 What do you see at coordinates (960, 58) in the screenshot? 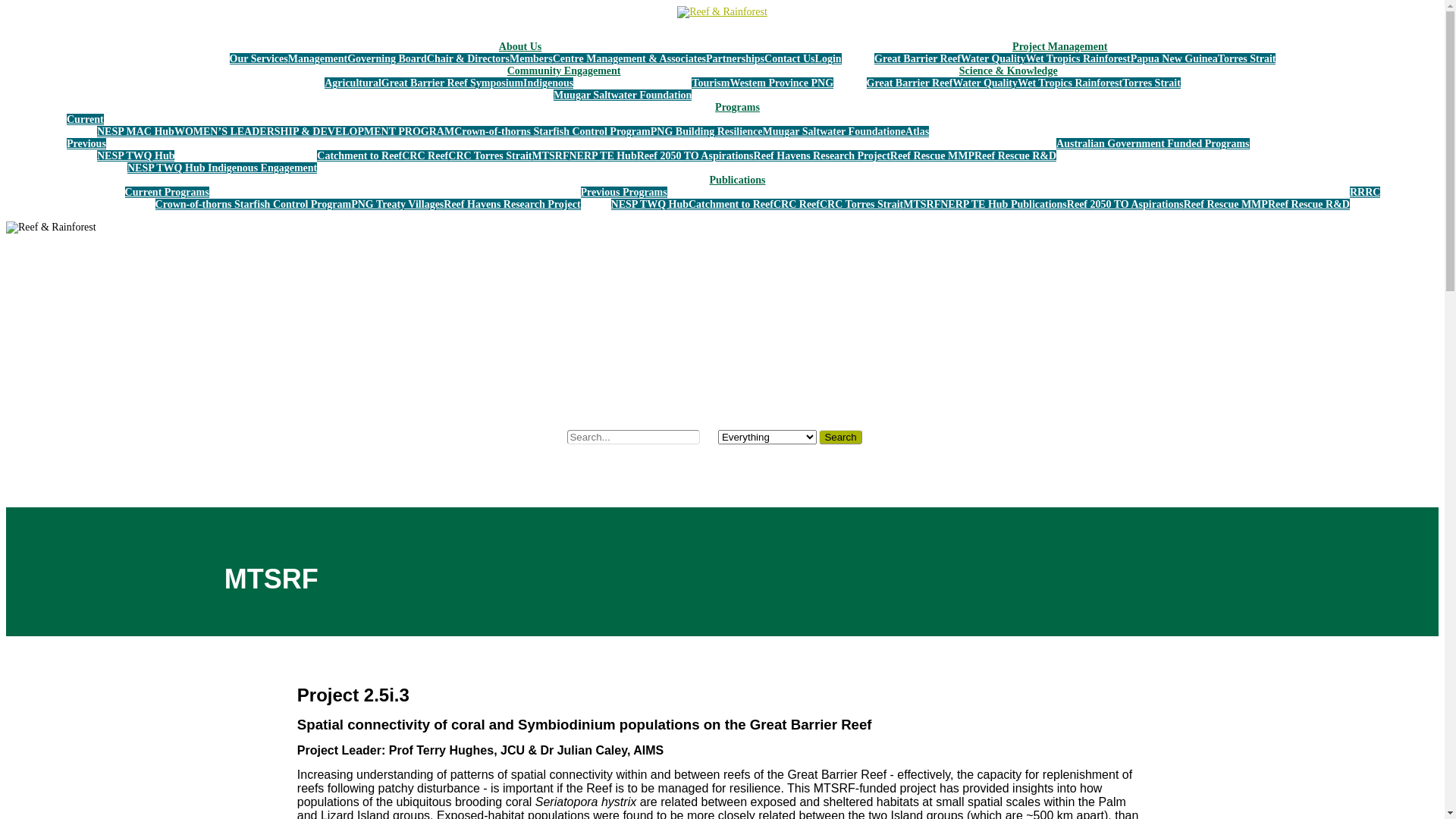
I see `'Water Quality'` at bounding box center [960, 58].